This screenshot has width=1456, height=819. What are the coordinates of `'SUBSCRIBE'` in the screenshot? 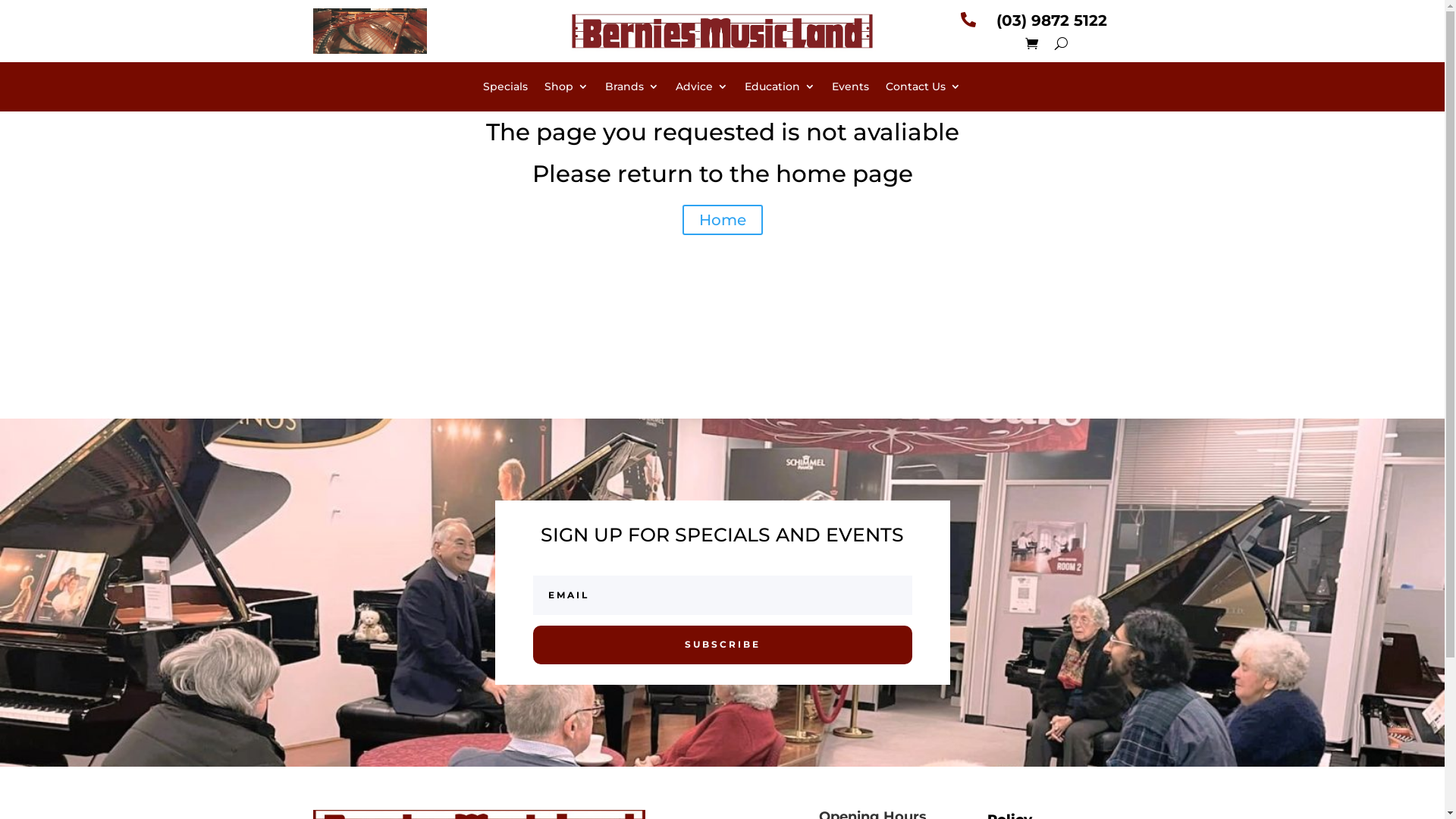 It's located at (720, 644).